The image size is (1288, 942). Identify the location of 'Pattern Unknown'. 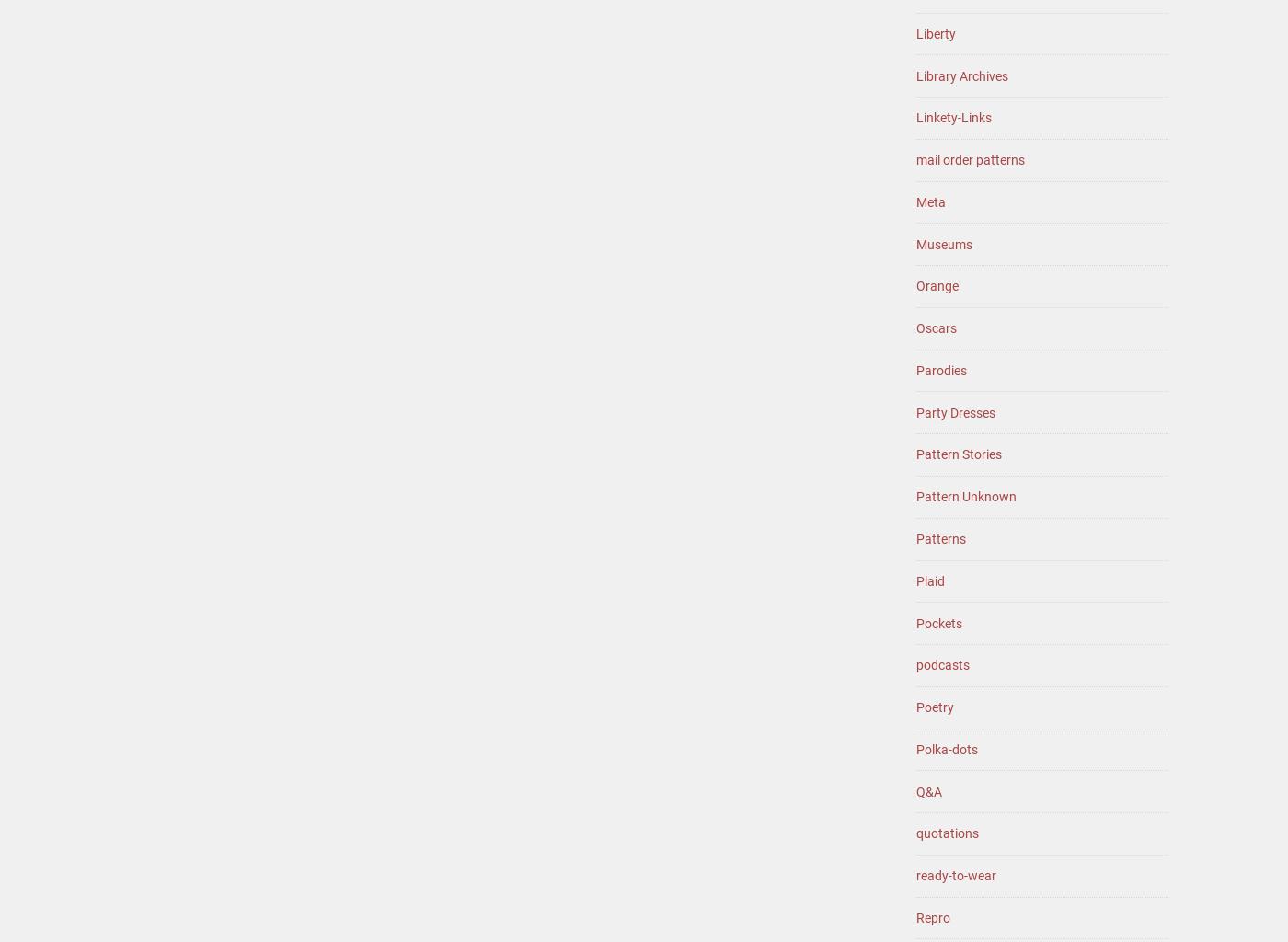
(966, 496).